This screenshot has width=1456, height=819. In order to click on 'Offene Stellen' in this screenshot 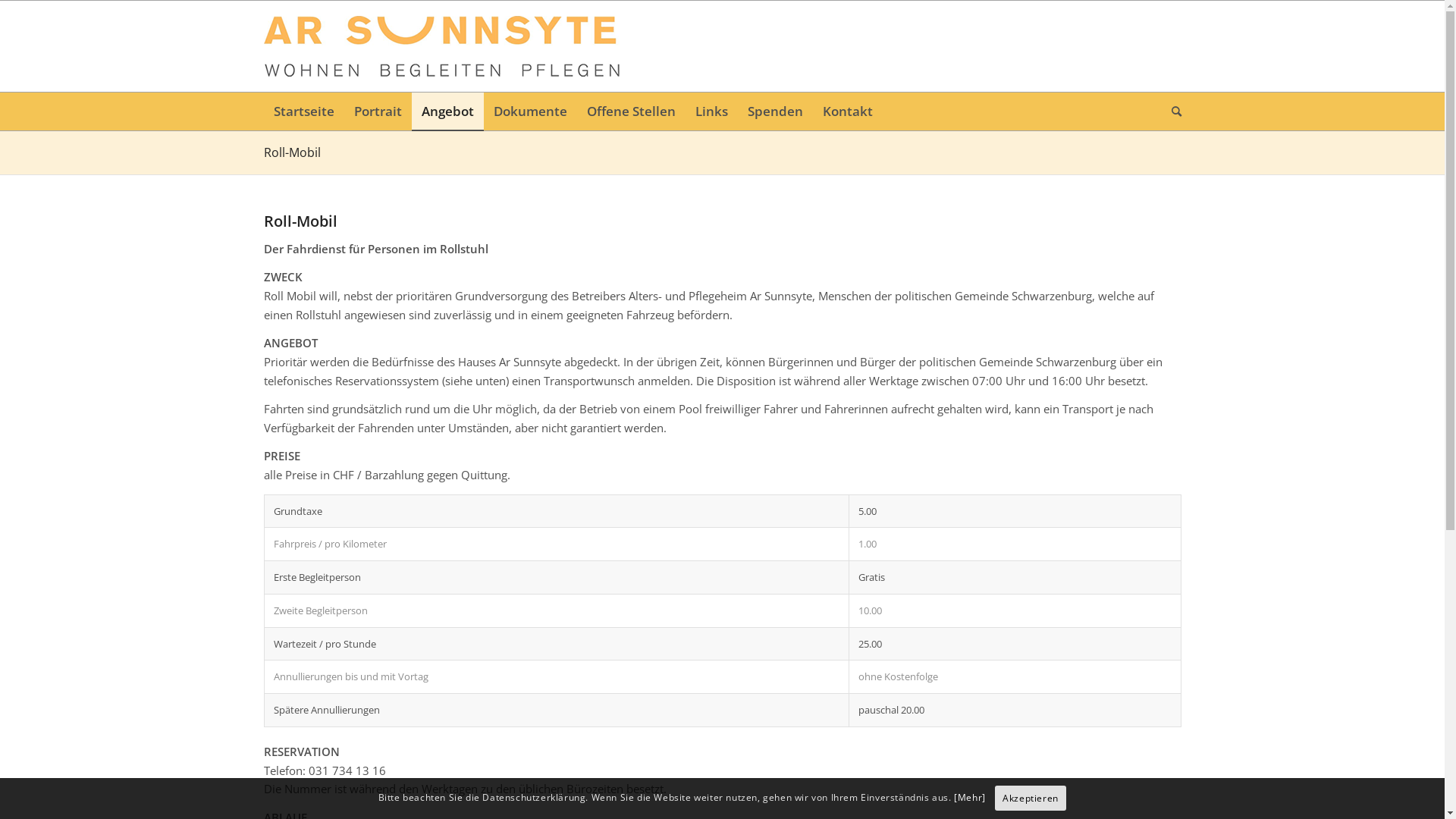, I will do `click(575, 110)`.